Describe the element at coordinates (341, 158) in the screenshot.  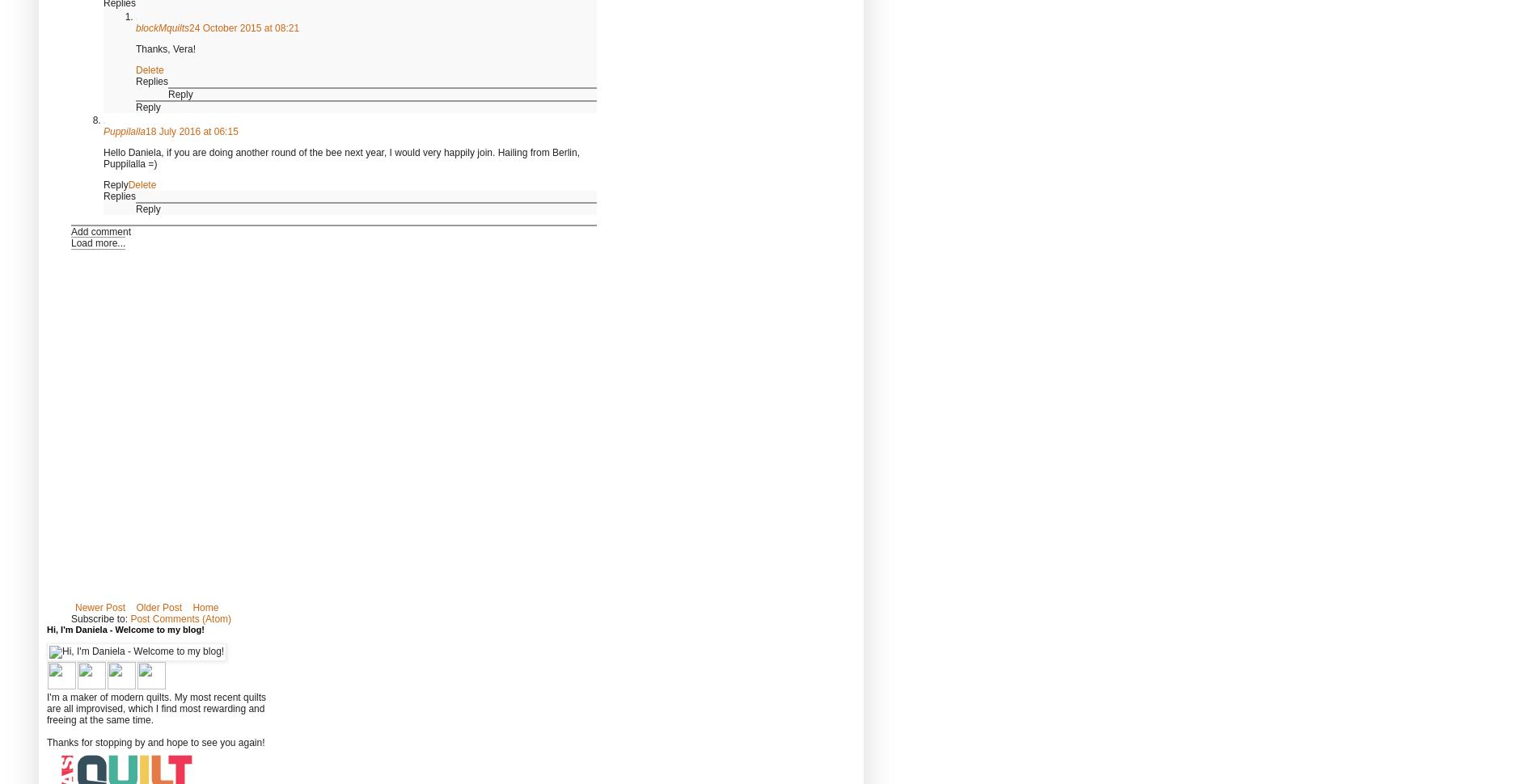
I see `'Hello Daniela, if you are doing another round of the bee next year, I would very happily join. Hailing from Berlin, Puppilalla =)'` at that location.